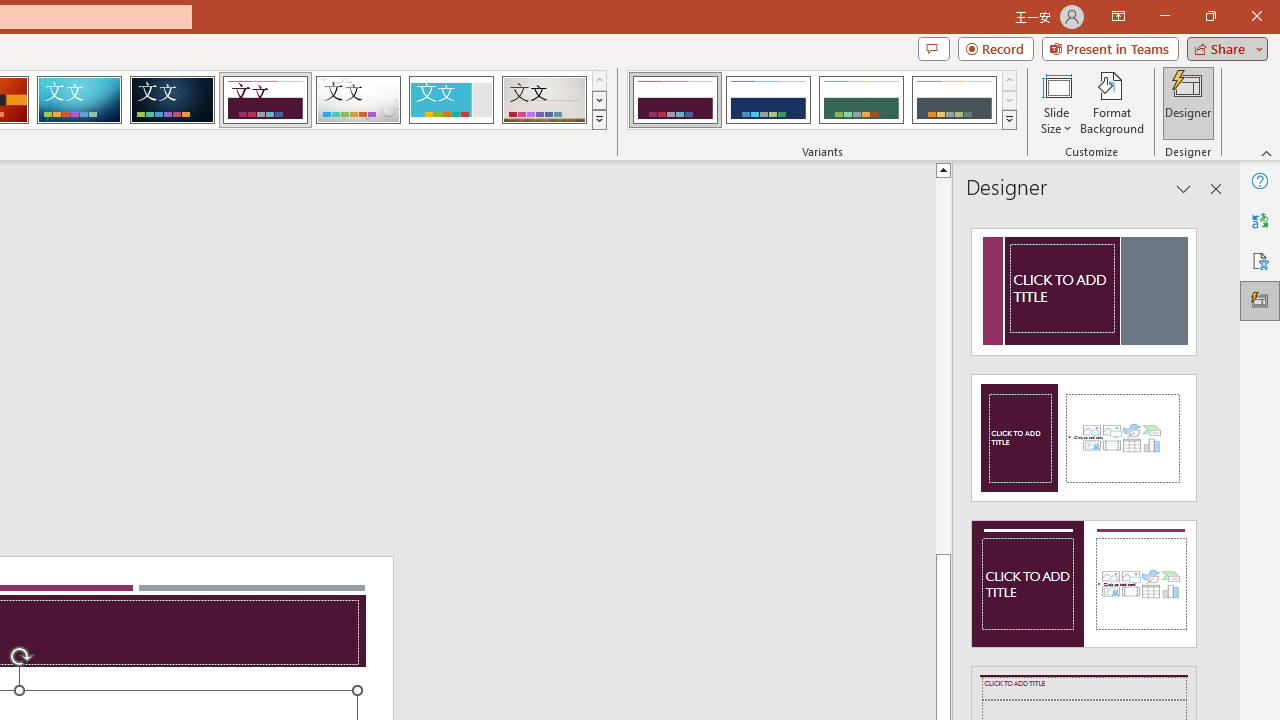  I want to click on 'Variants', so click(1009, 120).